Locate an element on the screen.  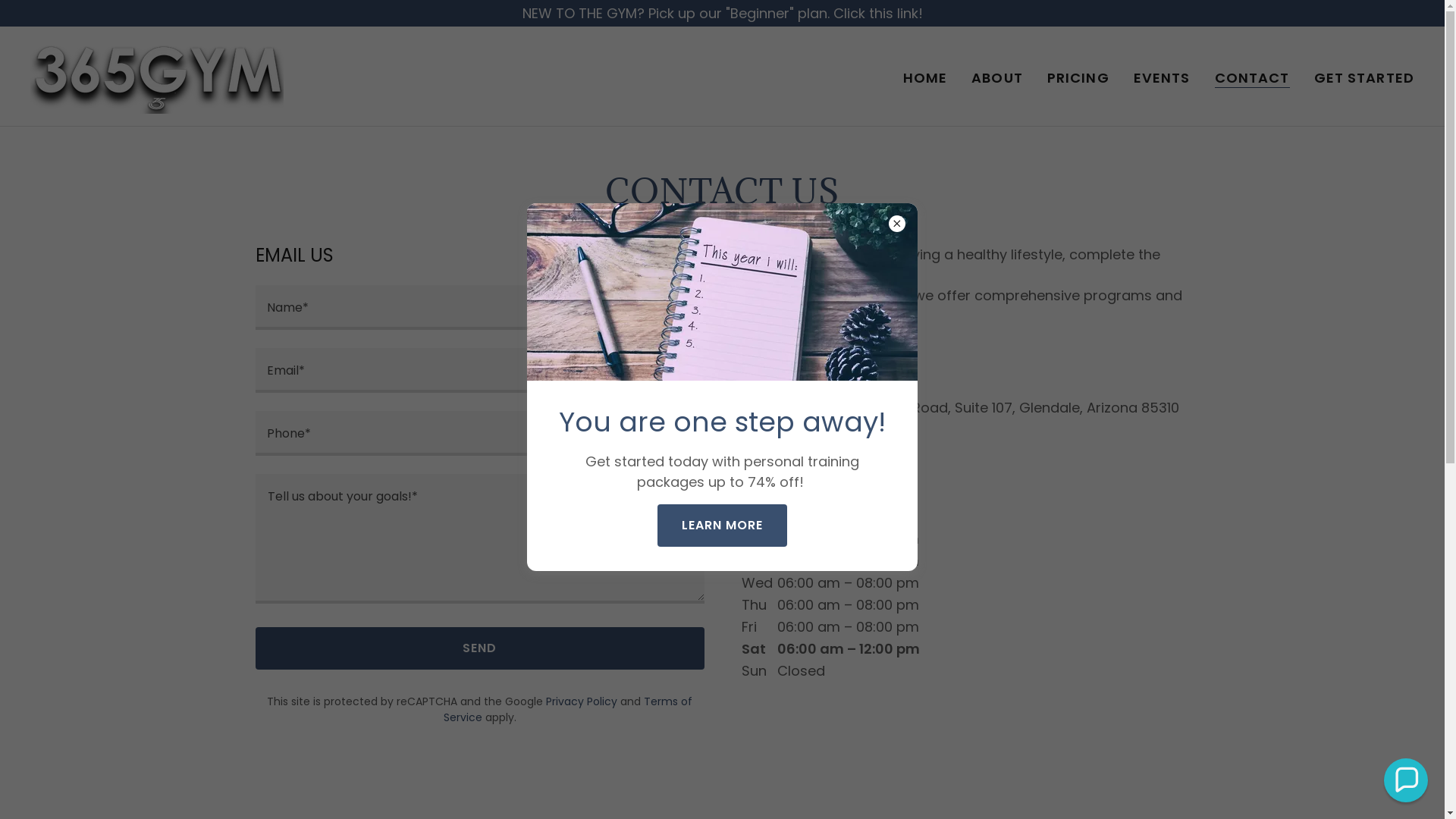
'CONTACT' is located at coordinates (1252, 78).